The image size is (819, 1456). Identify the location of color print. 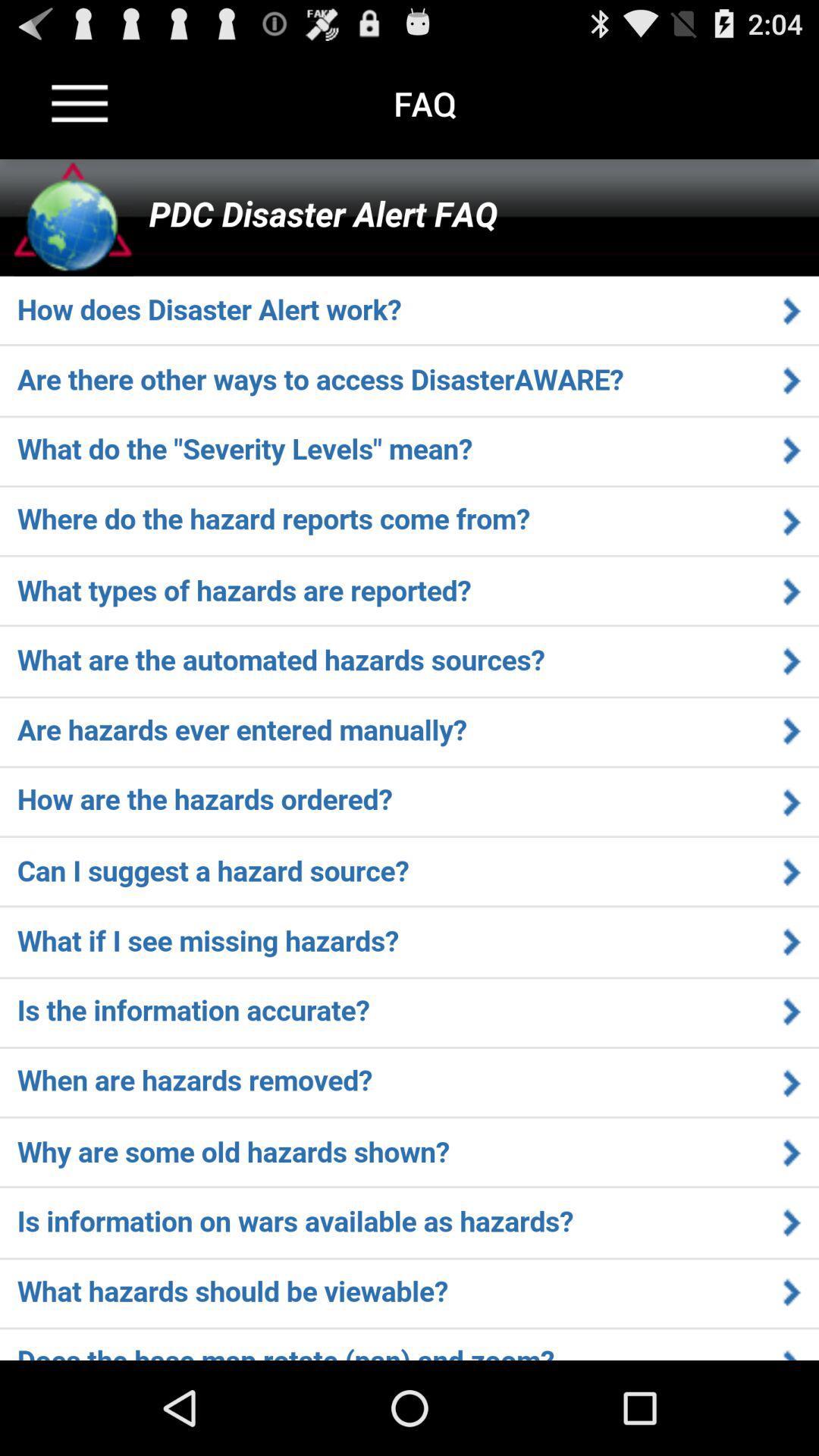
(409, 760).